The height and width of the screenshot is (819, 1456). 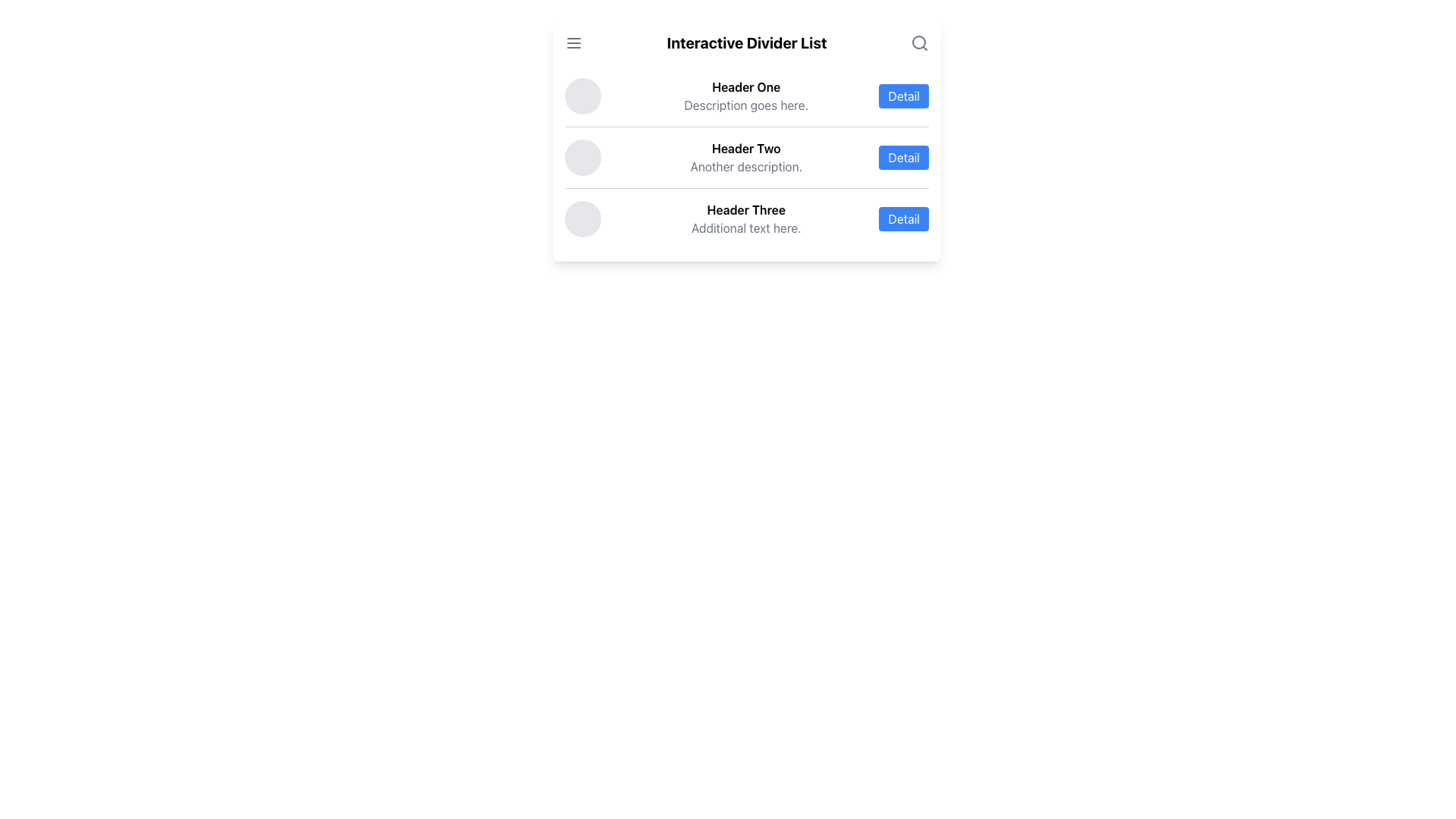 I want to click on the Circle graphic representing the search tool located in the top-right corner of the interface, adjacent to the 'Interactive Divider List' title, so click(x=918, y=42).